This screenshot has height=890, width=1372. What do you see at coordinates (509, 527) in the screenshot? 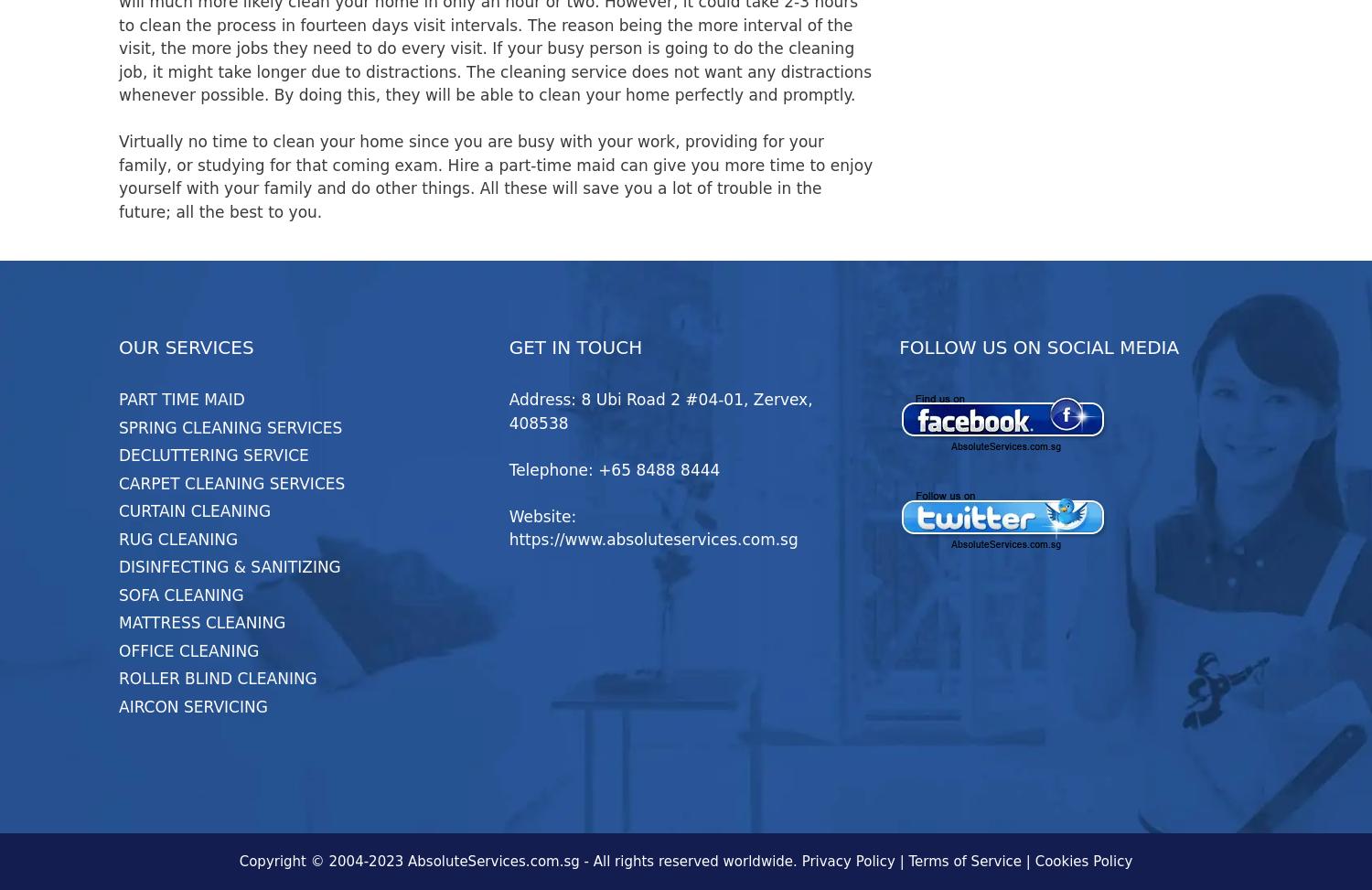
I see `'Website: https://www.absoluteservices.com.sg'` at bounding box center [509, 527].